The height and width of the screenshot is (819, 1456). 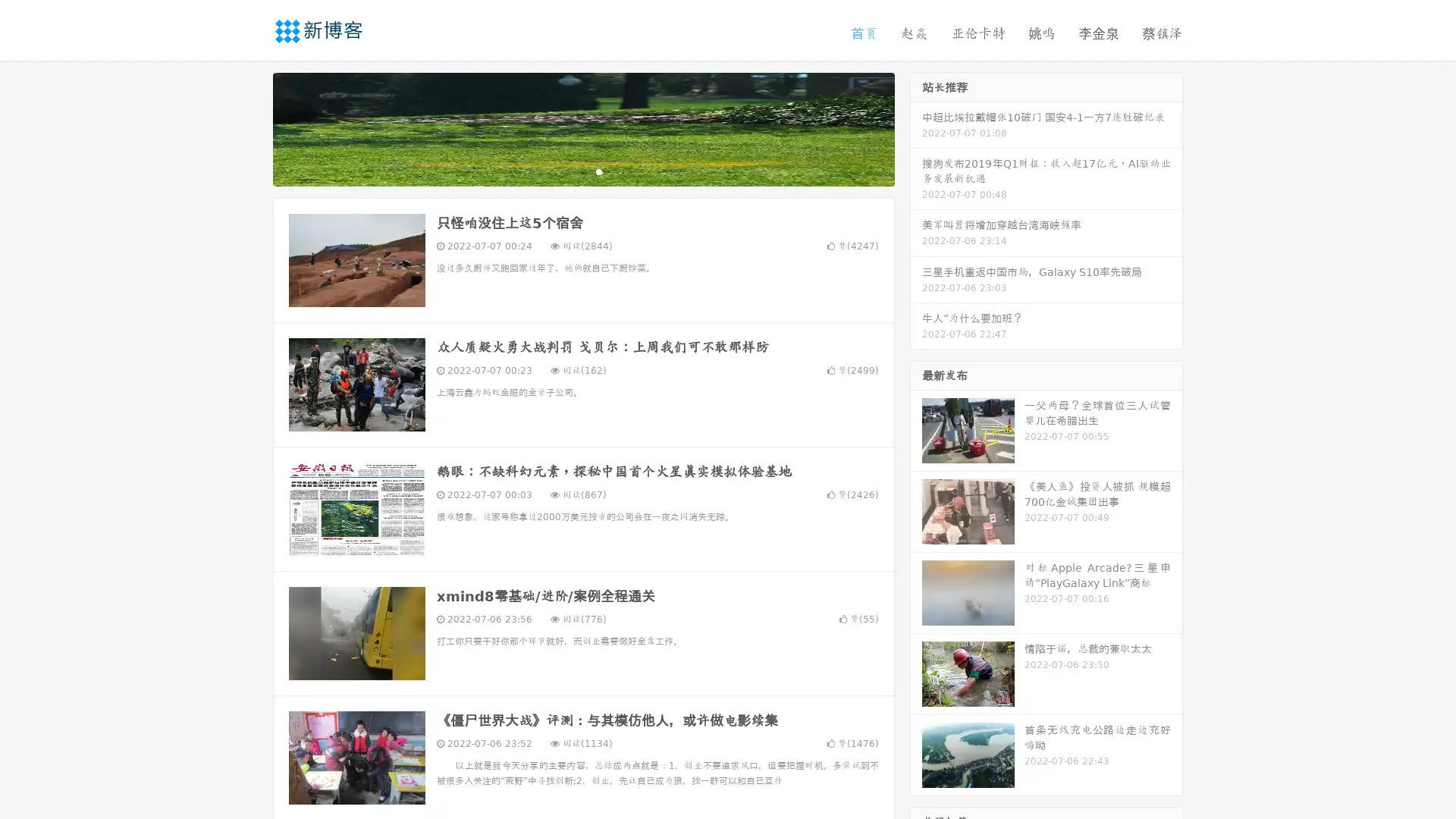 What do you see at coordinates (916, 127) in the screenshot?
I see `Next slide` at bounding box center [916, 127].